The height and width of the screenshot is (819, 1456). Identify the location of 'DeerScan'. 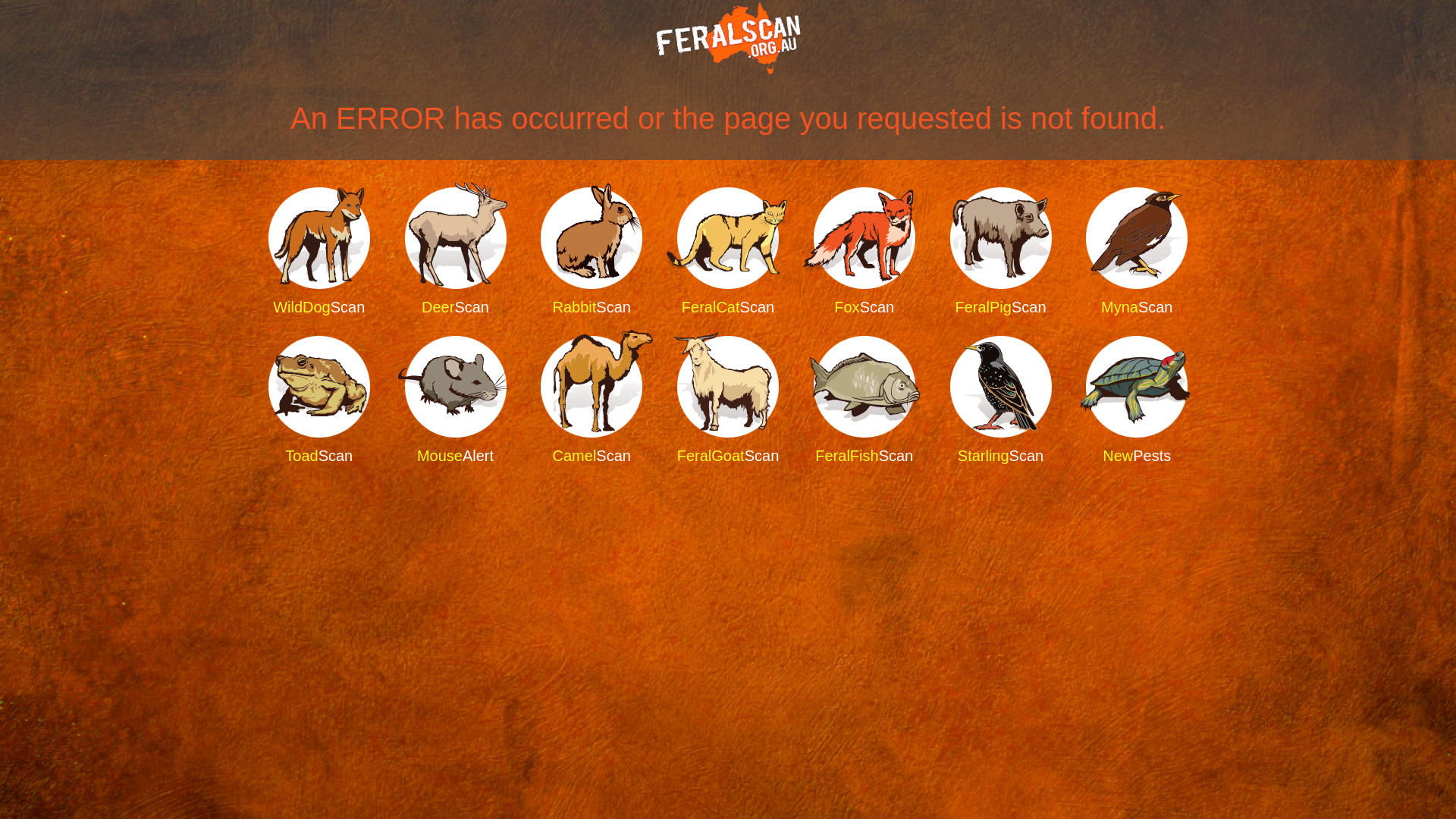
(454, 251).